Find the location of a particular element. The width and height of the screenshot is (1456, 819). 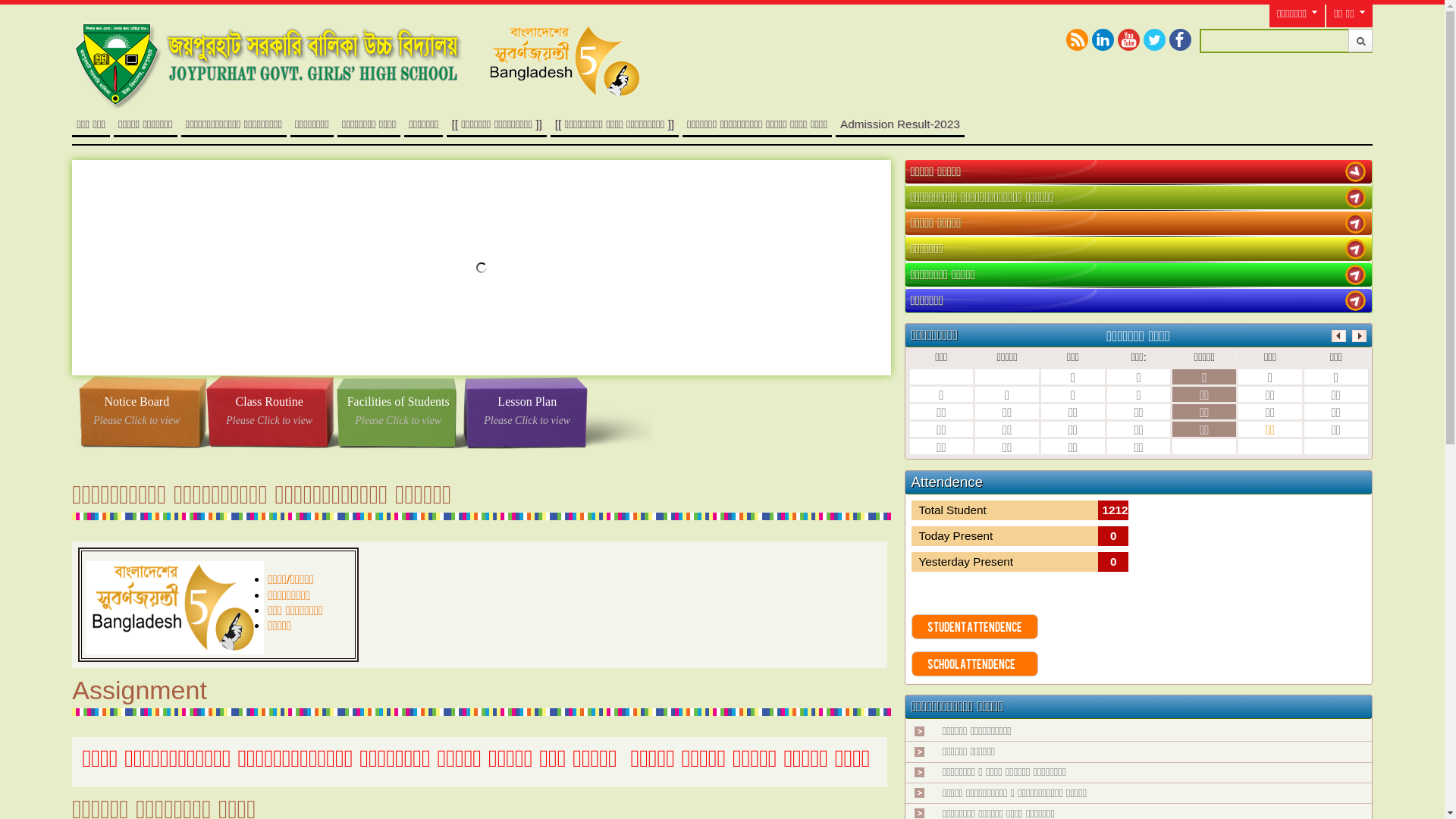

'Facilities of Students is located at coordinates (397, 412).